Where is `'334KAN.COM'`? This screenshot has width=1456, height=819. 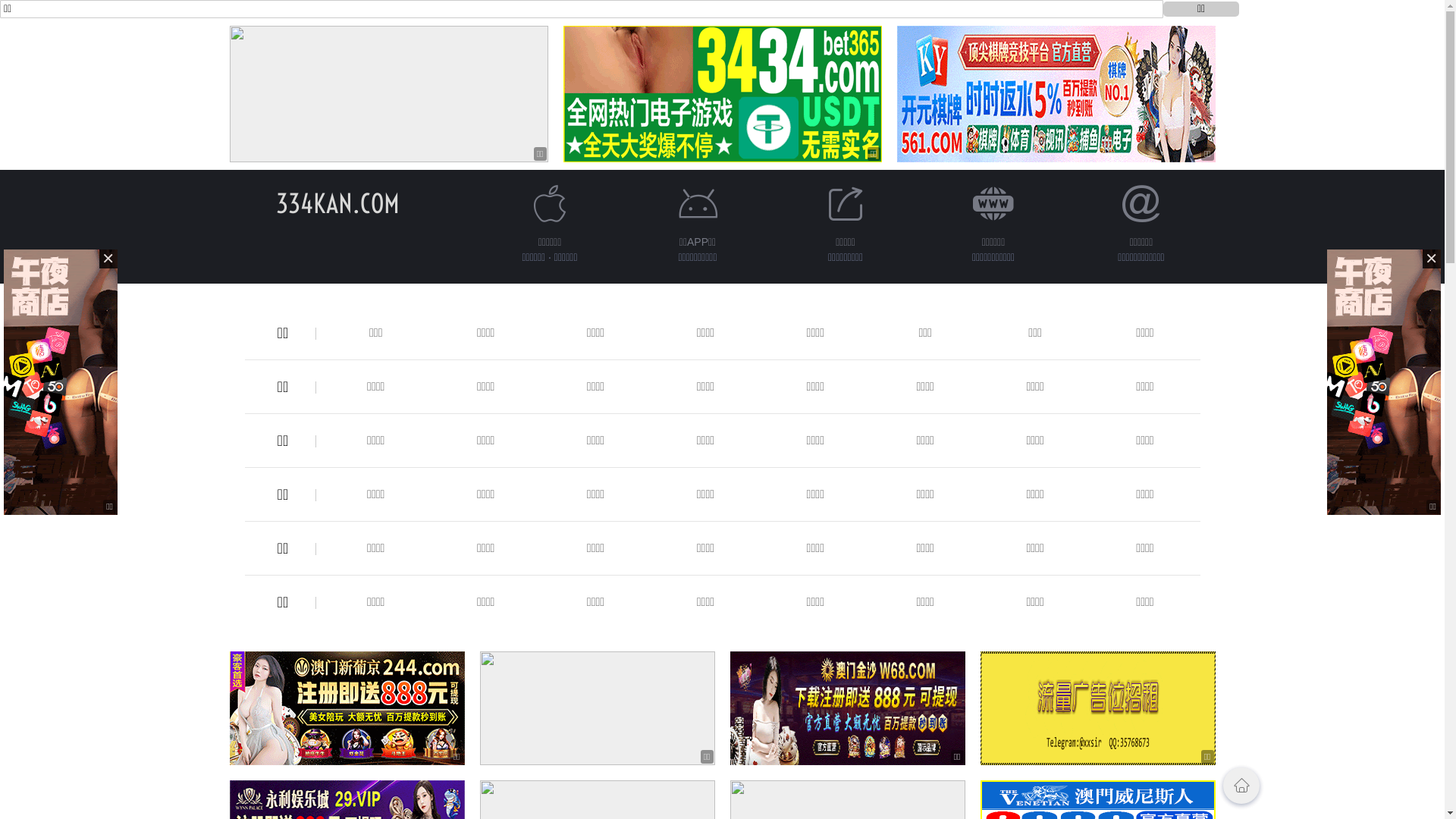
'334KAN.COM' is located at coordinates (337, 202).